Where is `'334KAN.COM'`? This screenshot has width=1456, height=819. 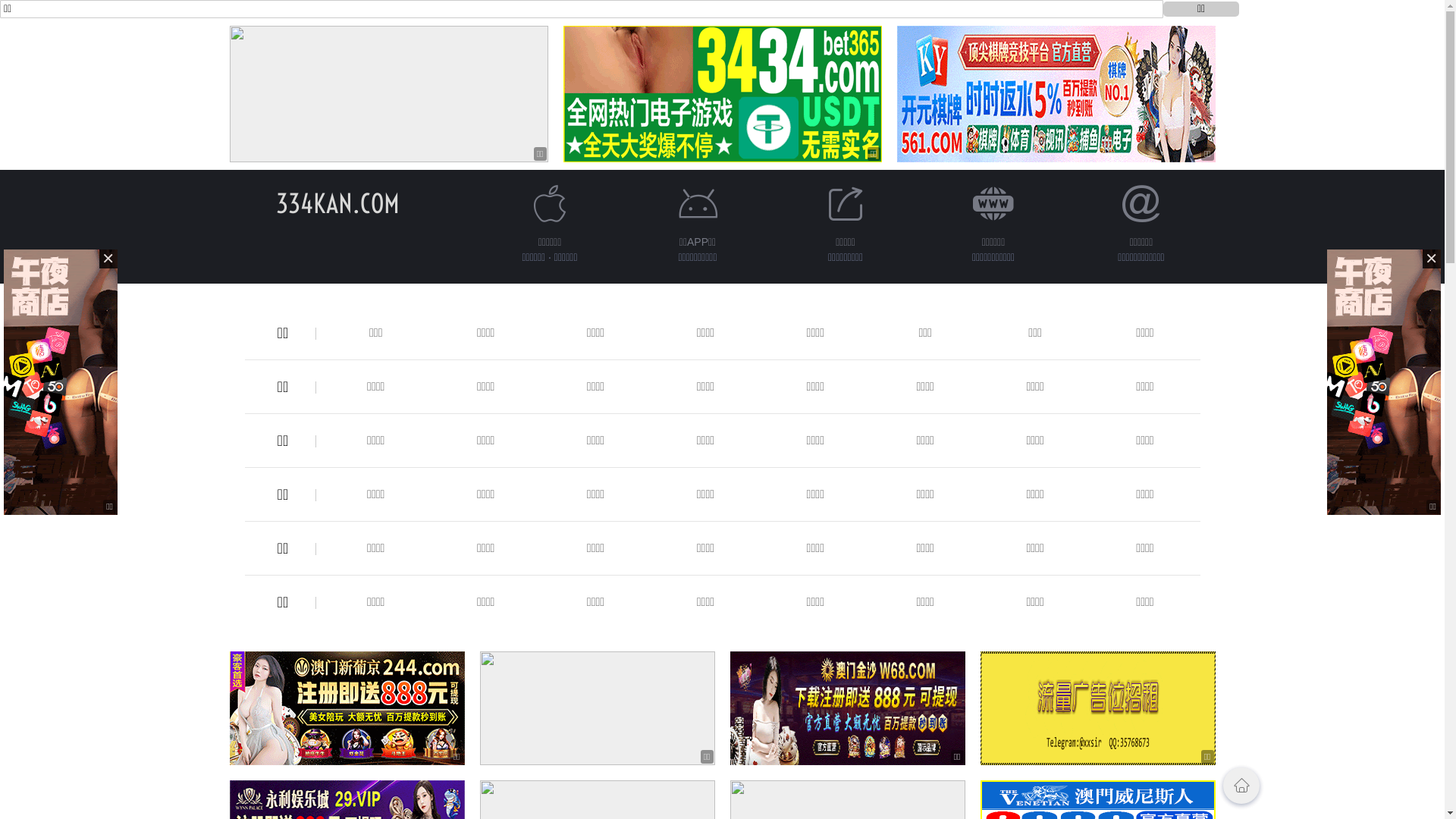
'334KAN.COM' is located at coordinates (337, 202).